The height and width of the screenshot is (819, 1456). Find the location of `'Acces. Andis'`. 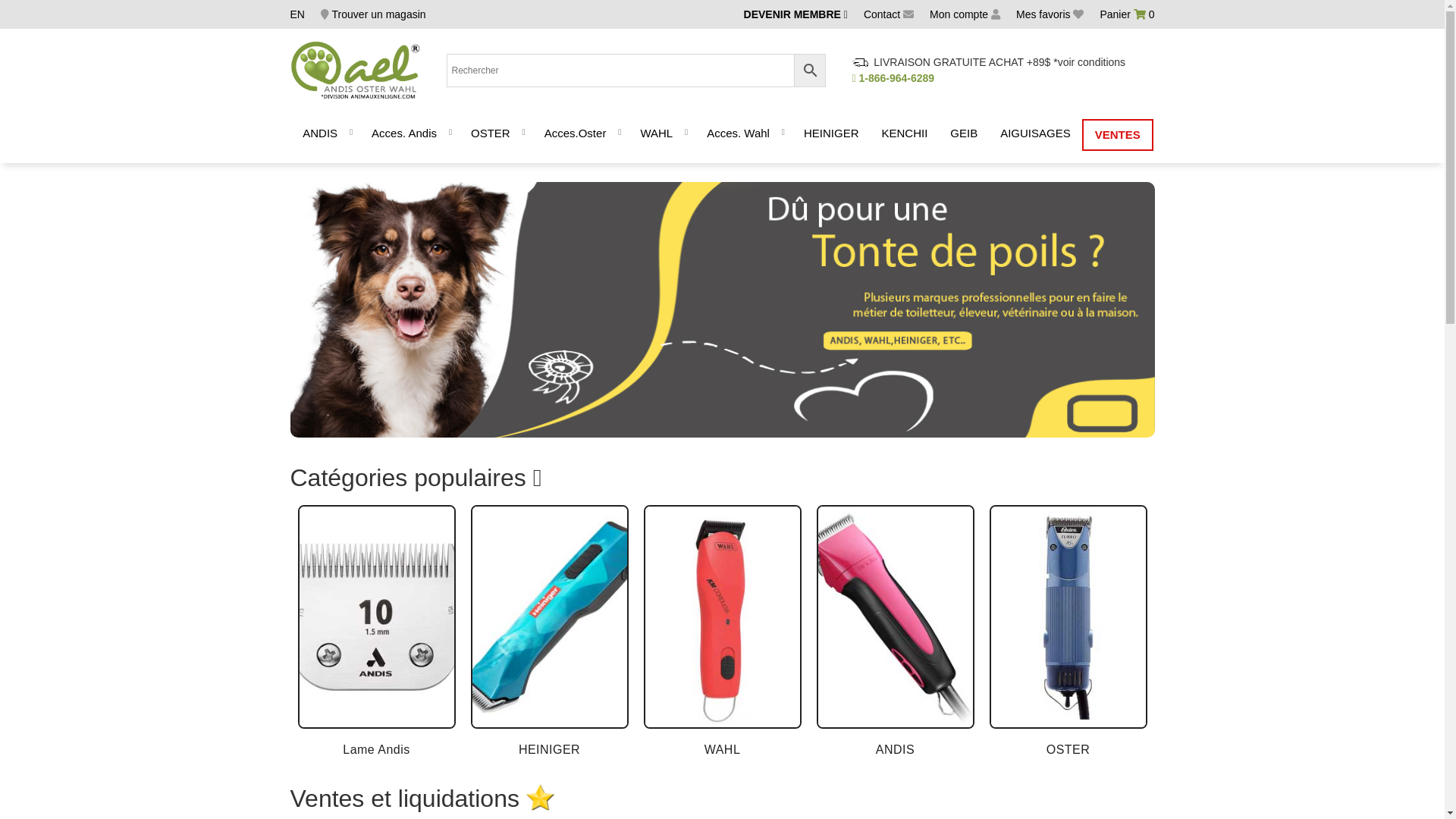

'Acces. Andis' is located at coordinates (359, 133).